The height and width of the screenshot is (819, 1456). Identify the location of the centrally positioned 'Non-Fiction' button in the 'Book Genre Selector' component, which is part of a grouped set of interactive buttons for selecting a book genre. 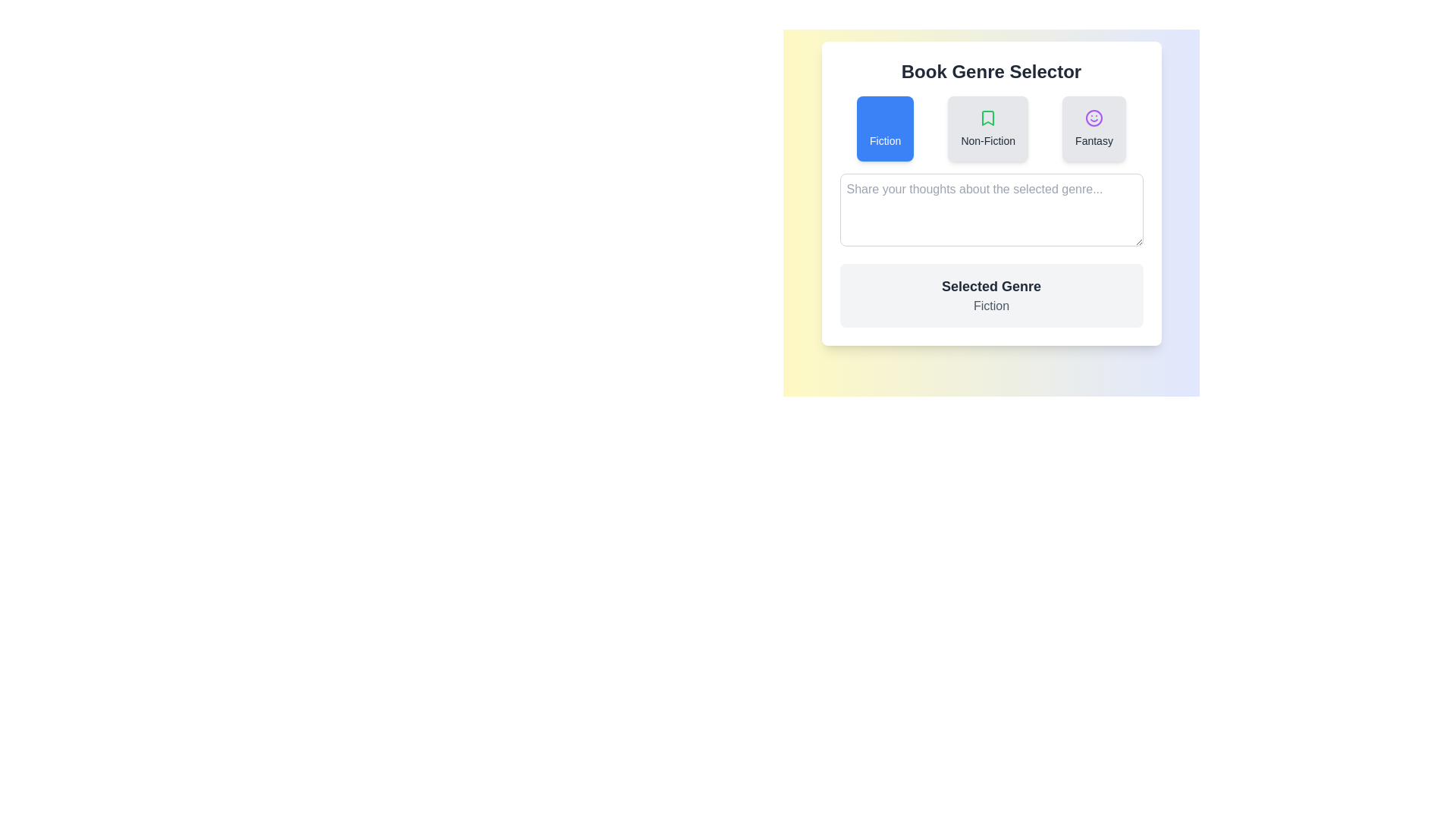
(991, 127).